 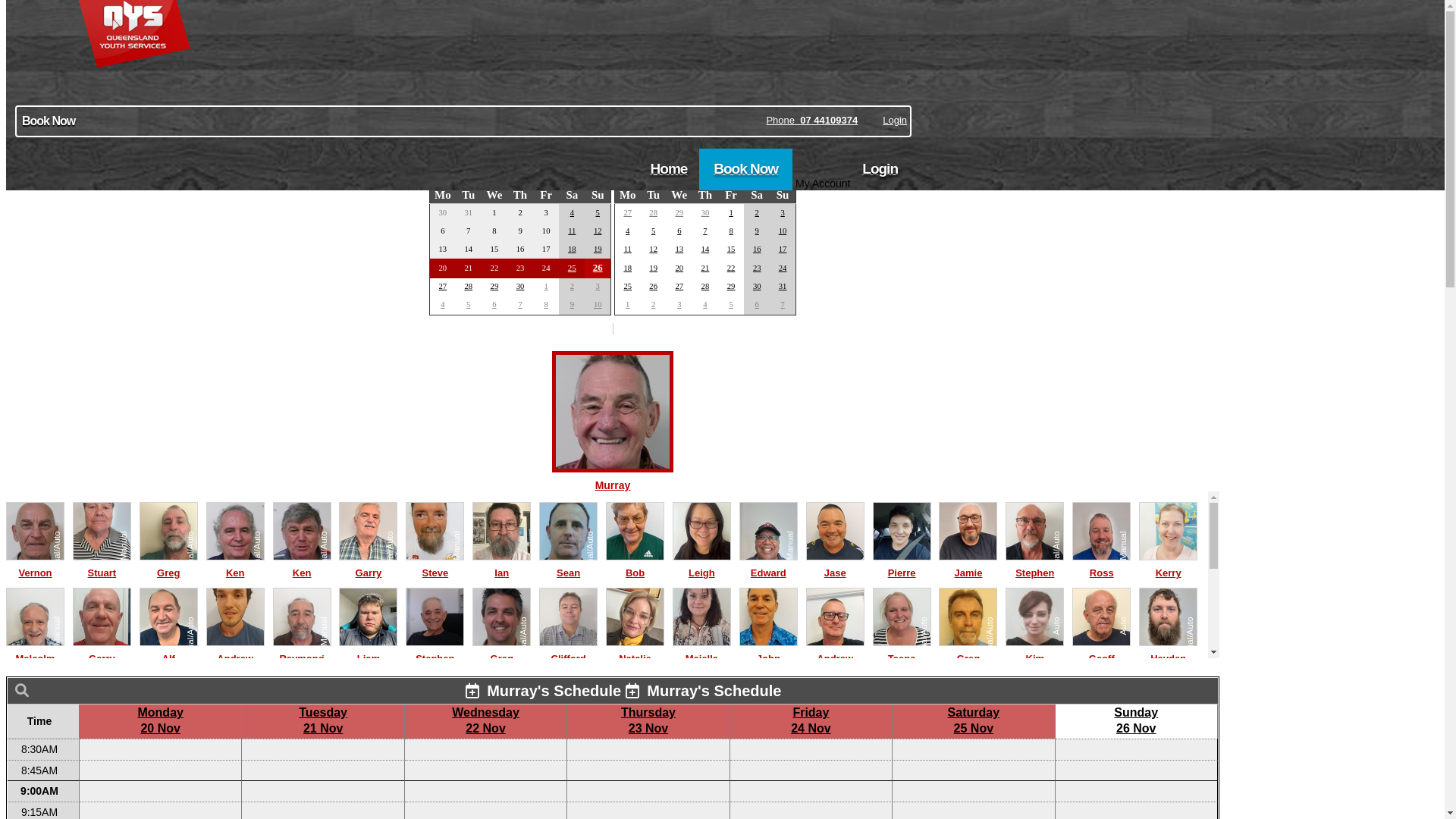 I want to click on '26', so click(x=648, y=286).